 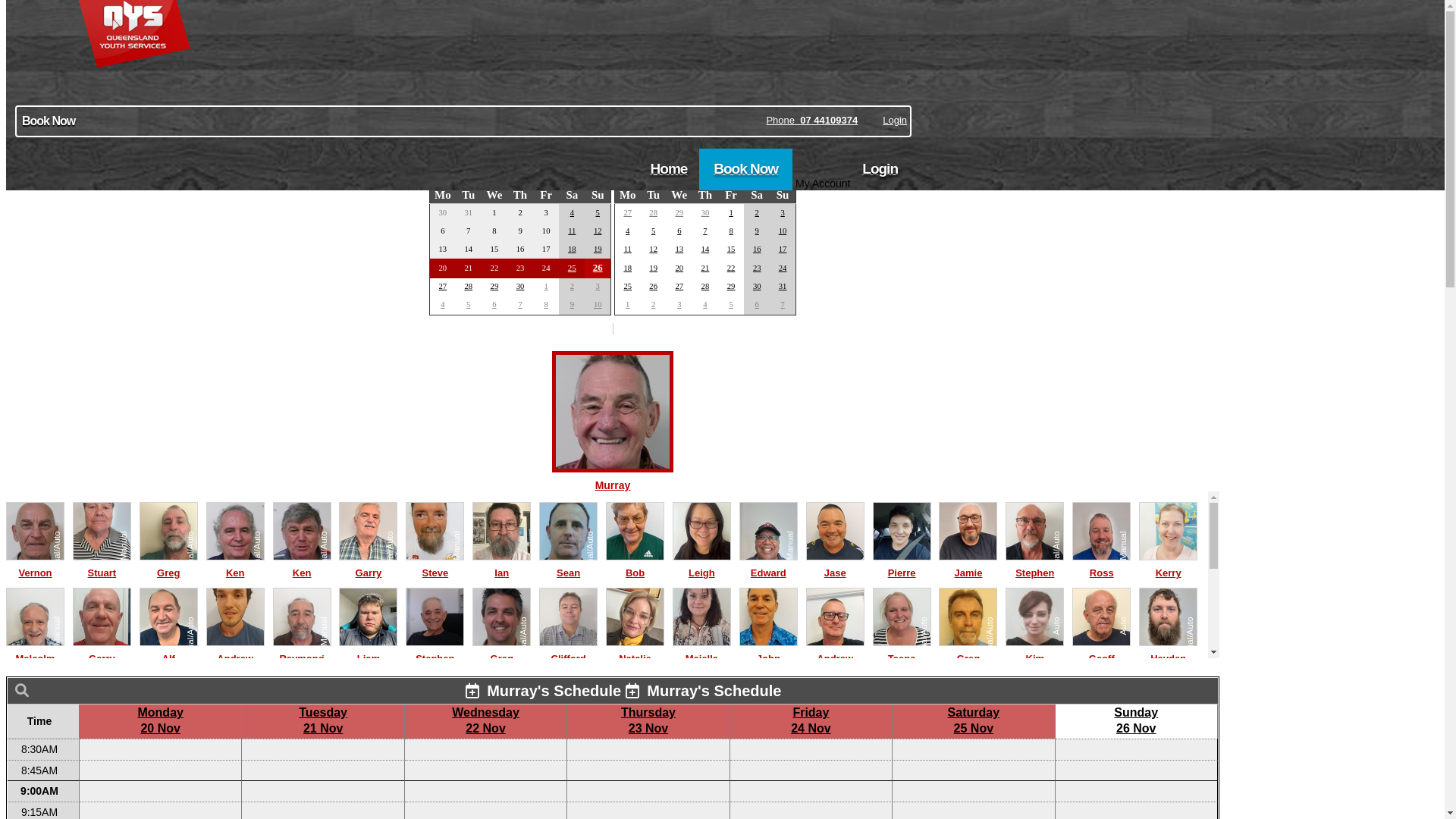 I want to click on '26', so click(x=648, y=286).